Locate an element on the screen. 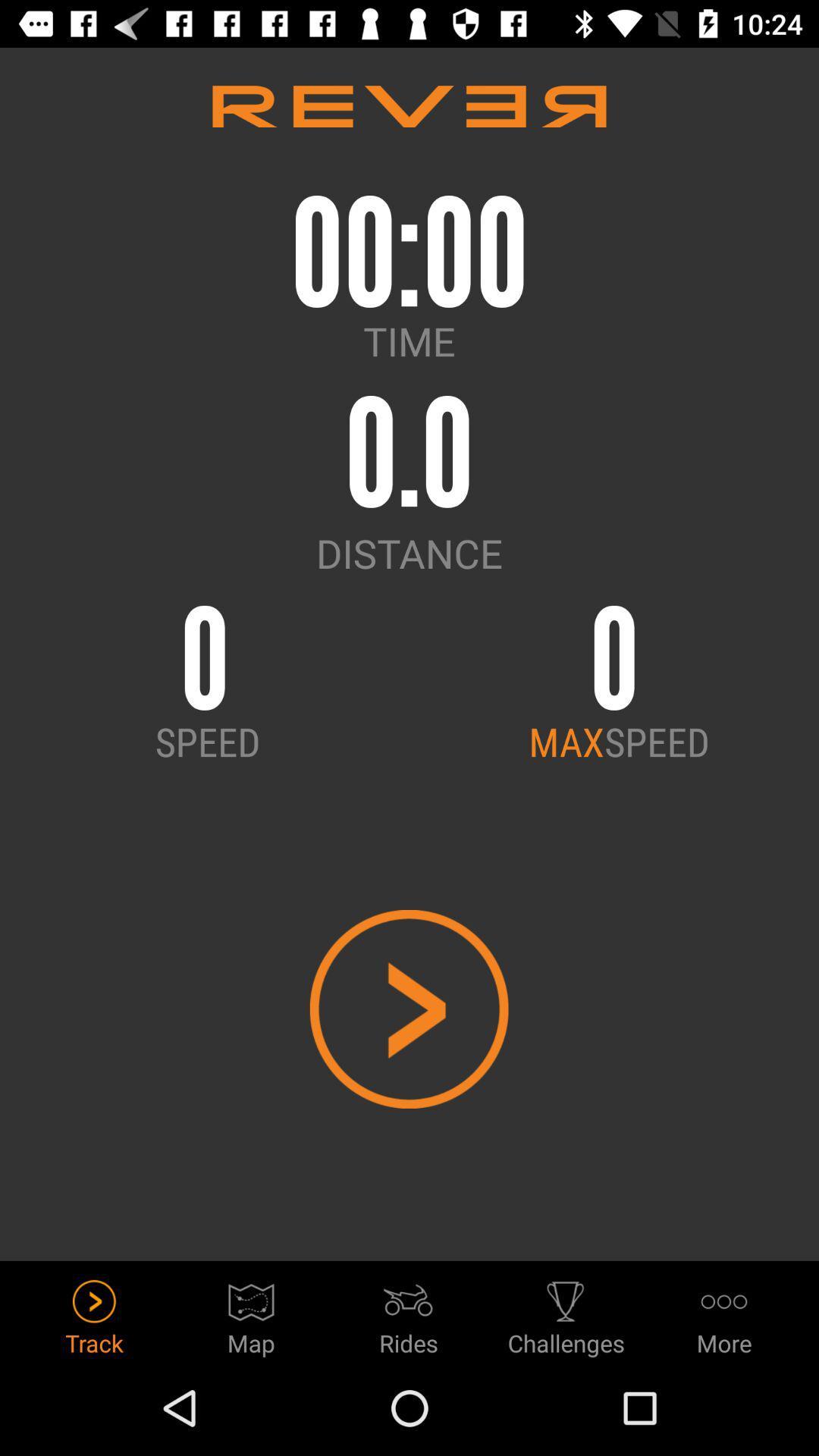  icon to the right of the map icon is located at coordinates (408, 1313).